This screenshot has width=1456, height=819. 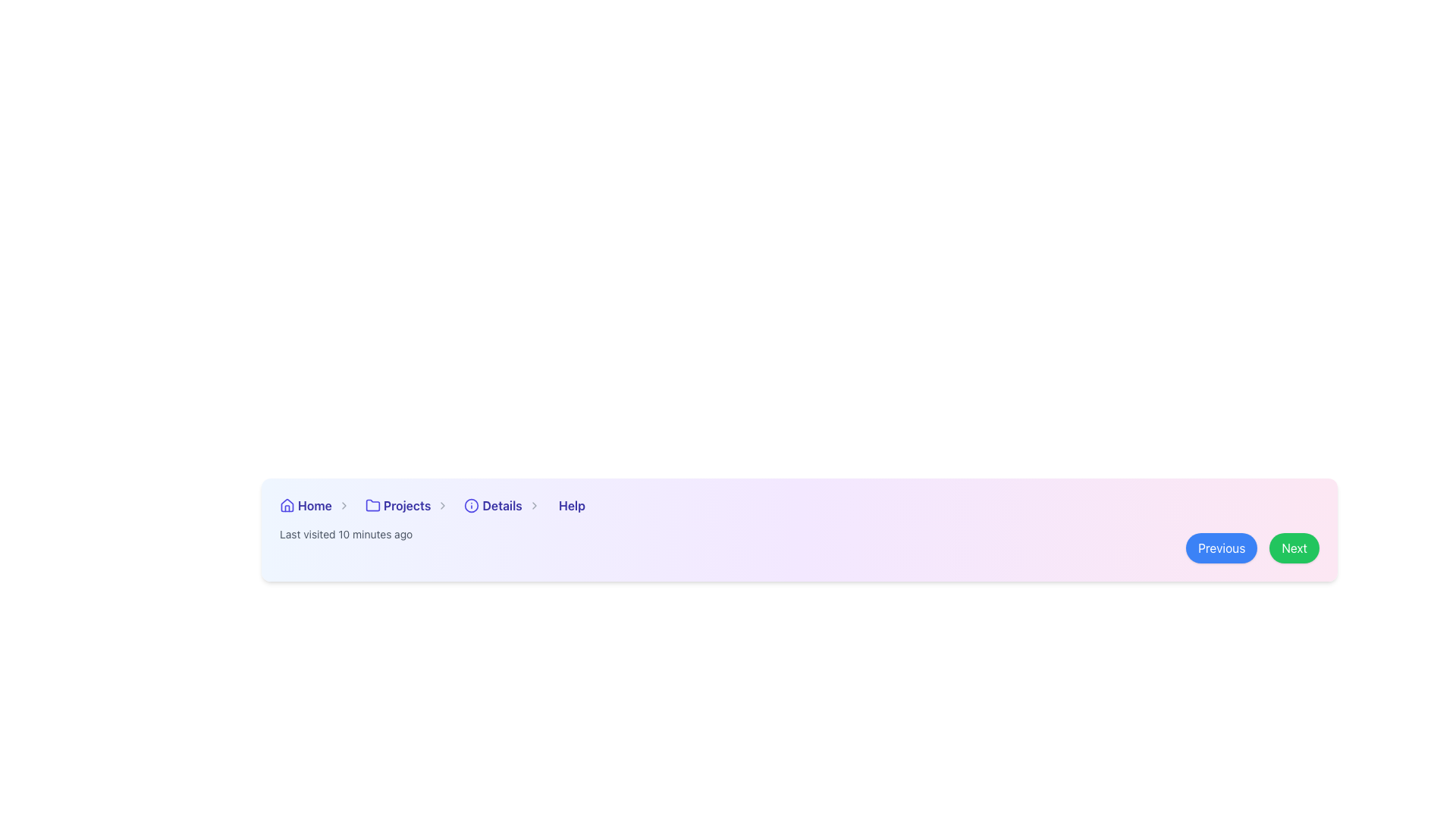 What do you see at coordinates (471, 506) in the screenshot?
I see `the circular SVG graphic element located in the bottom menu bar on the right side, which represents additional information or detail` at bounding box center [471, 506].